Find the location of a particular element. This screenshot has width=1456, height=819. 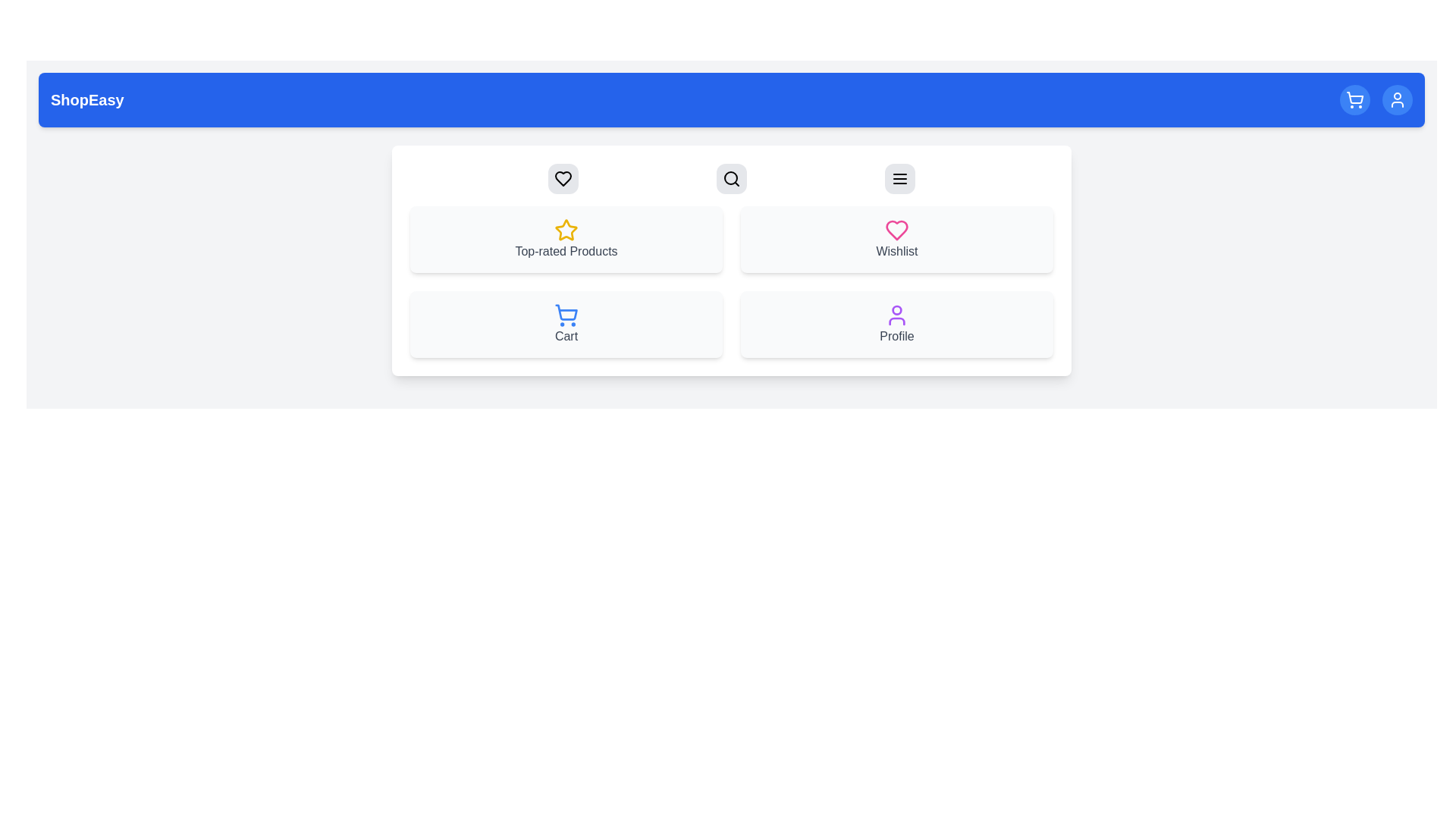

the text label displaying the application or website's name, which is located on the left side of the top navigation bar is located at coordinates (86, 99).